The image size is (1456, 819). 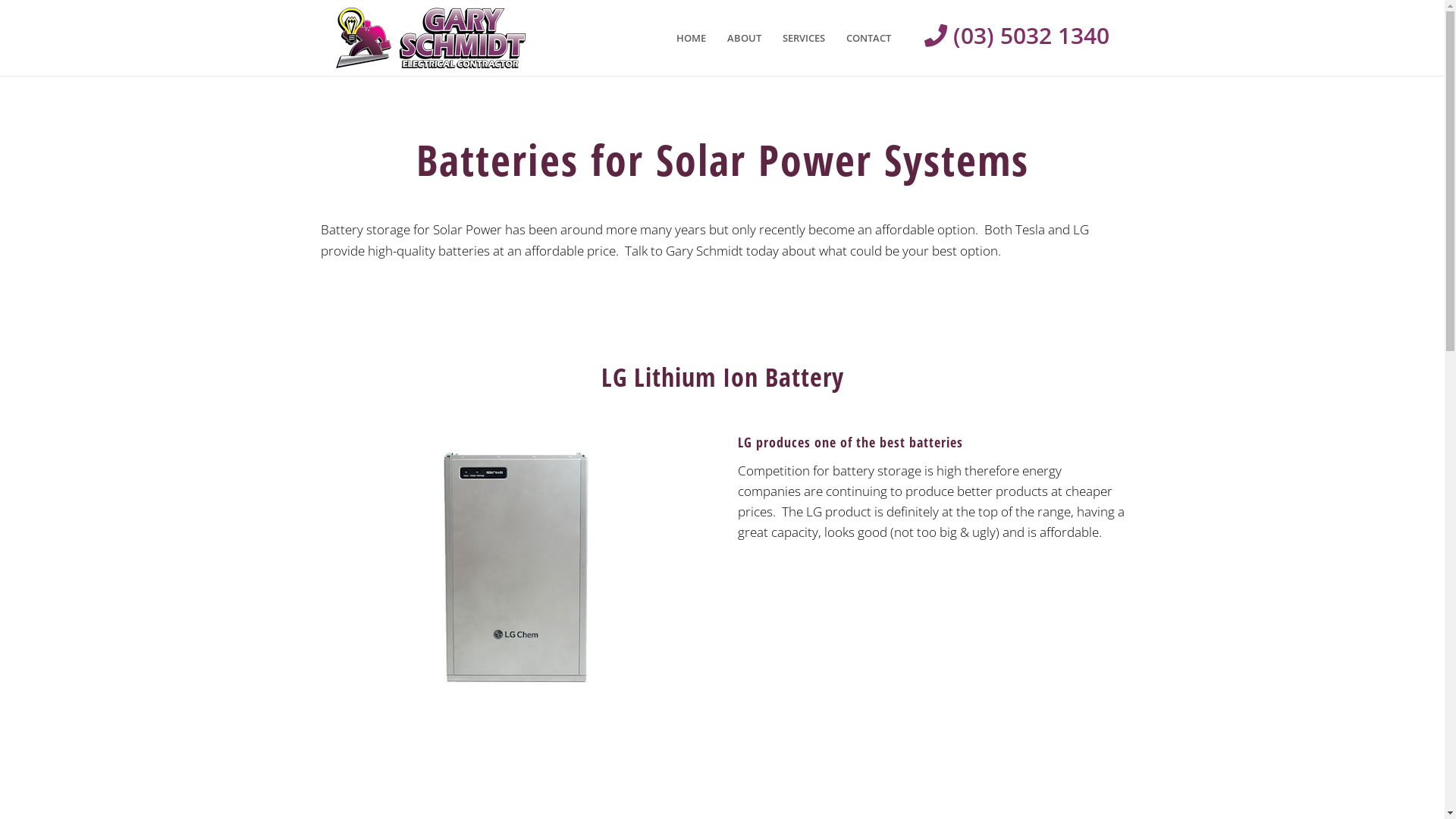 What do you see at coordinates (715, 37) in the screenshot?
I see `'ABOUT'` at bounding box center [715, 37].